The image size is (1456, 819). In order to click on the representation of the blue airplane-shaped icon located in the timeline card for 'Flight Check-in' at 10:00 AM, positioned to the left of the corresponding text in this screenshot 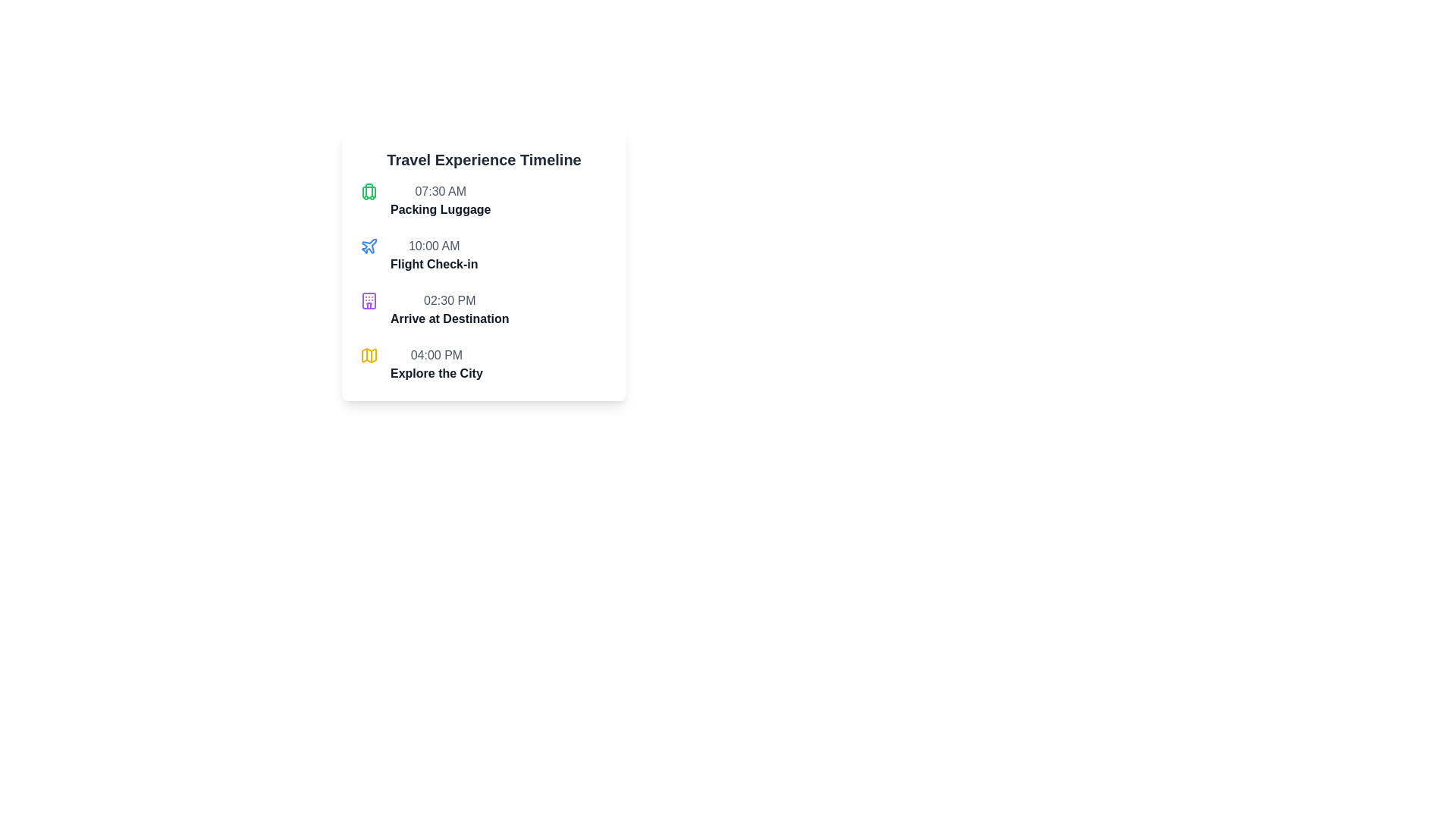, I will do `click(369, 245)`.